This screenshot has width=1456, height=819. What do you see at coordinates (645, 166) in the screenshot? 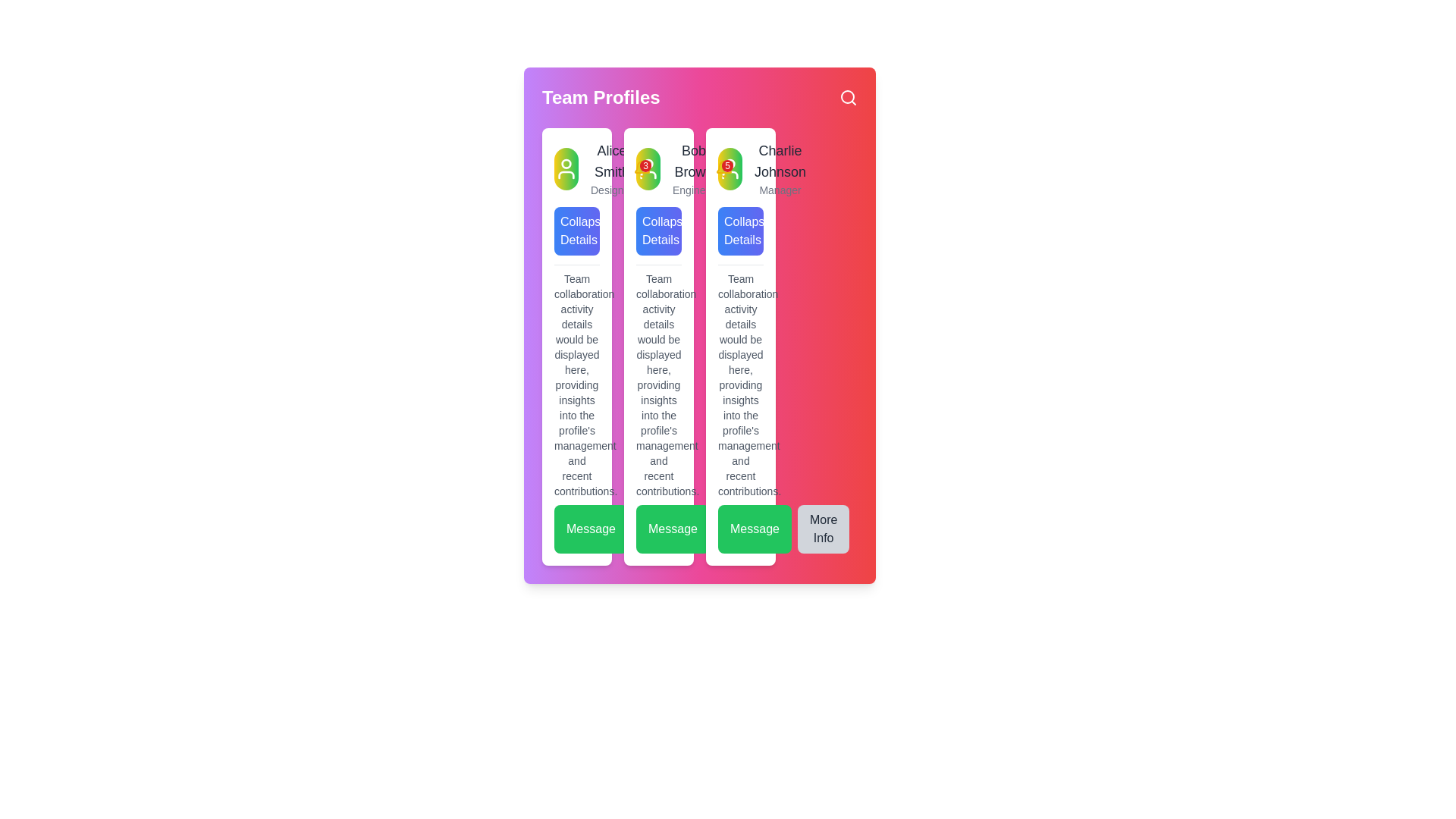
I see `the Notification badge, which is a small red circular badge with the number '3' in white text, located at the top-right corner of the yellow bell icon in the profile's notification UI` at bounding box center [645, 166].